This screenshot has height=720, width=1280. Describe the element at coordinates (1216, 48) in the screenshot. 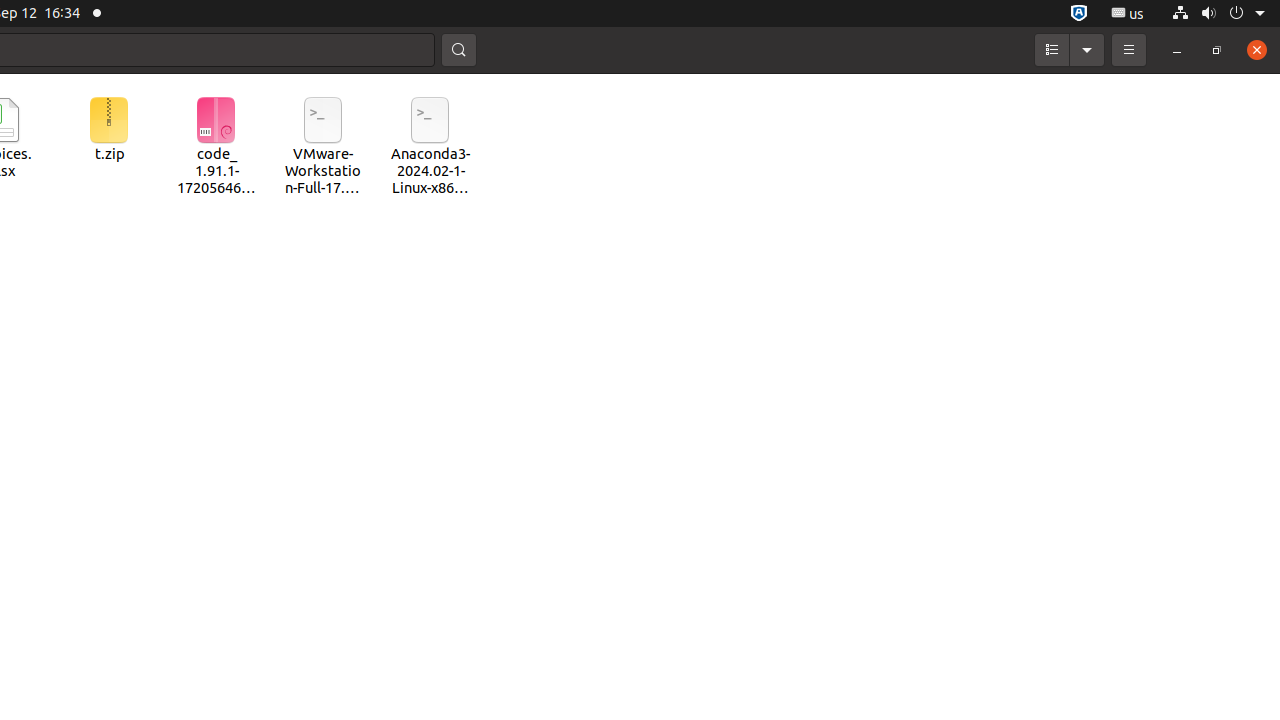

I see `'Restore'` at that location.